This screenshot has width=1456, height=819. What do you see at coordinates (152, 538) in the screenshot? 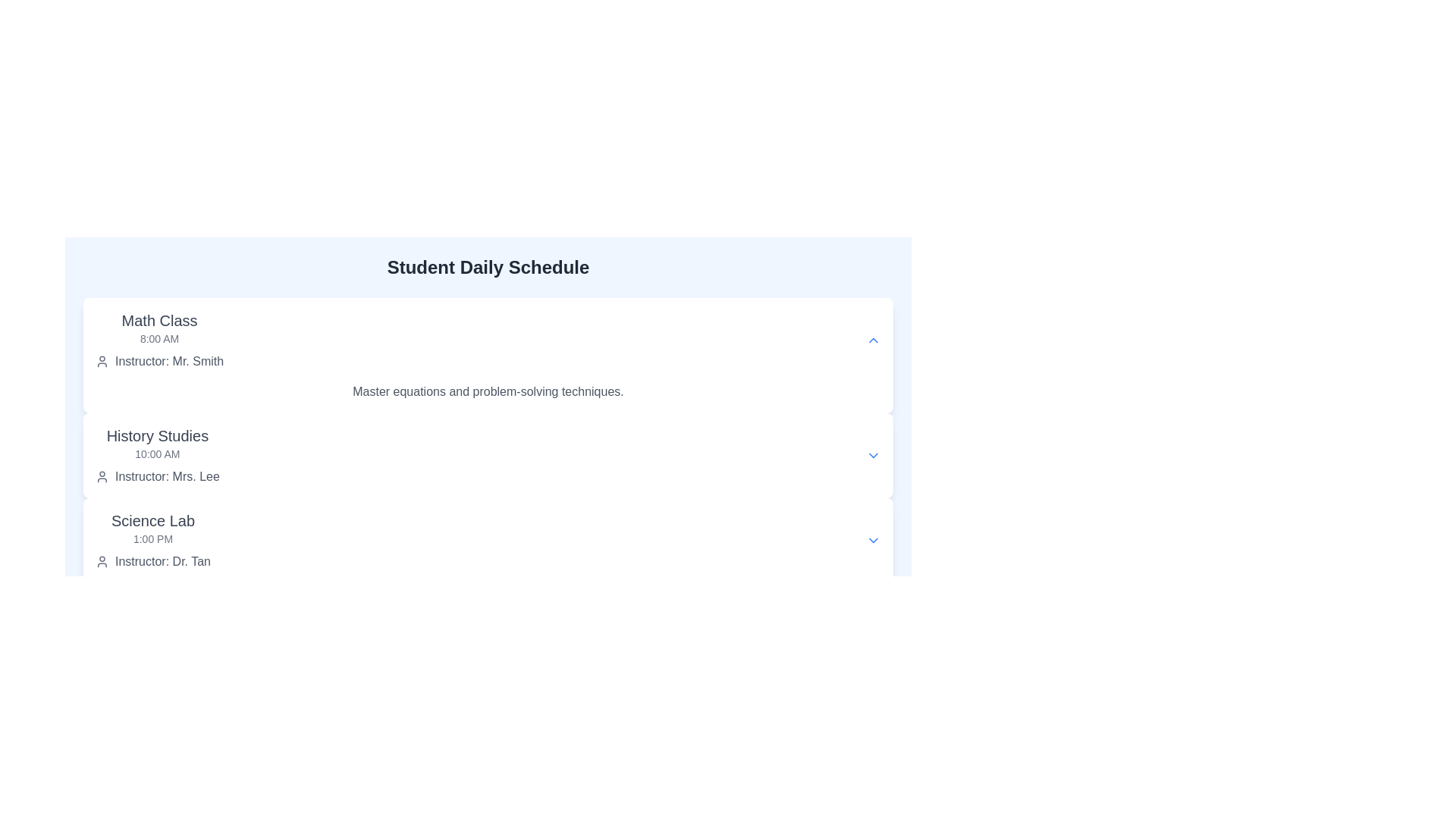
I see `the timestamp text '1:00 PM' displayed in a small gray font located in the 'Science Lab' section of the schedule, which is directly below the section title 'Science Lab'` at bounding box center [152, 538].